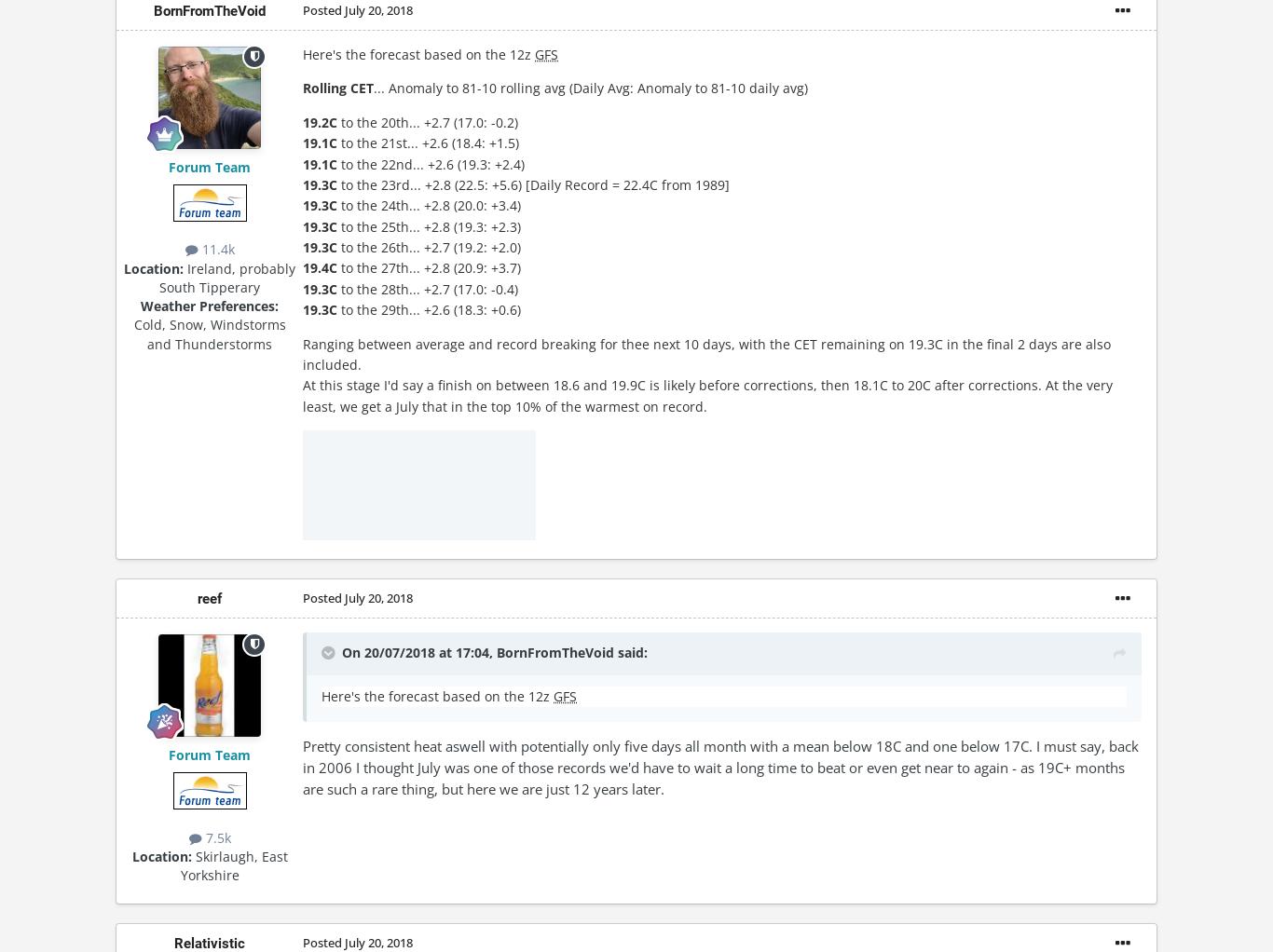 The image size is (1273, 952). What do you see at coordinates (427, 287) in the screenshot?
I see `'to the 28th... +2.7 (17.0: -0.4)'` at bounding box center [427, 287].